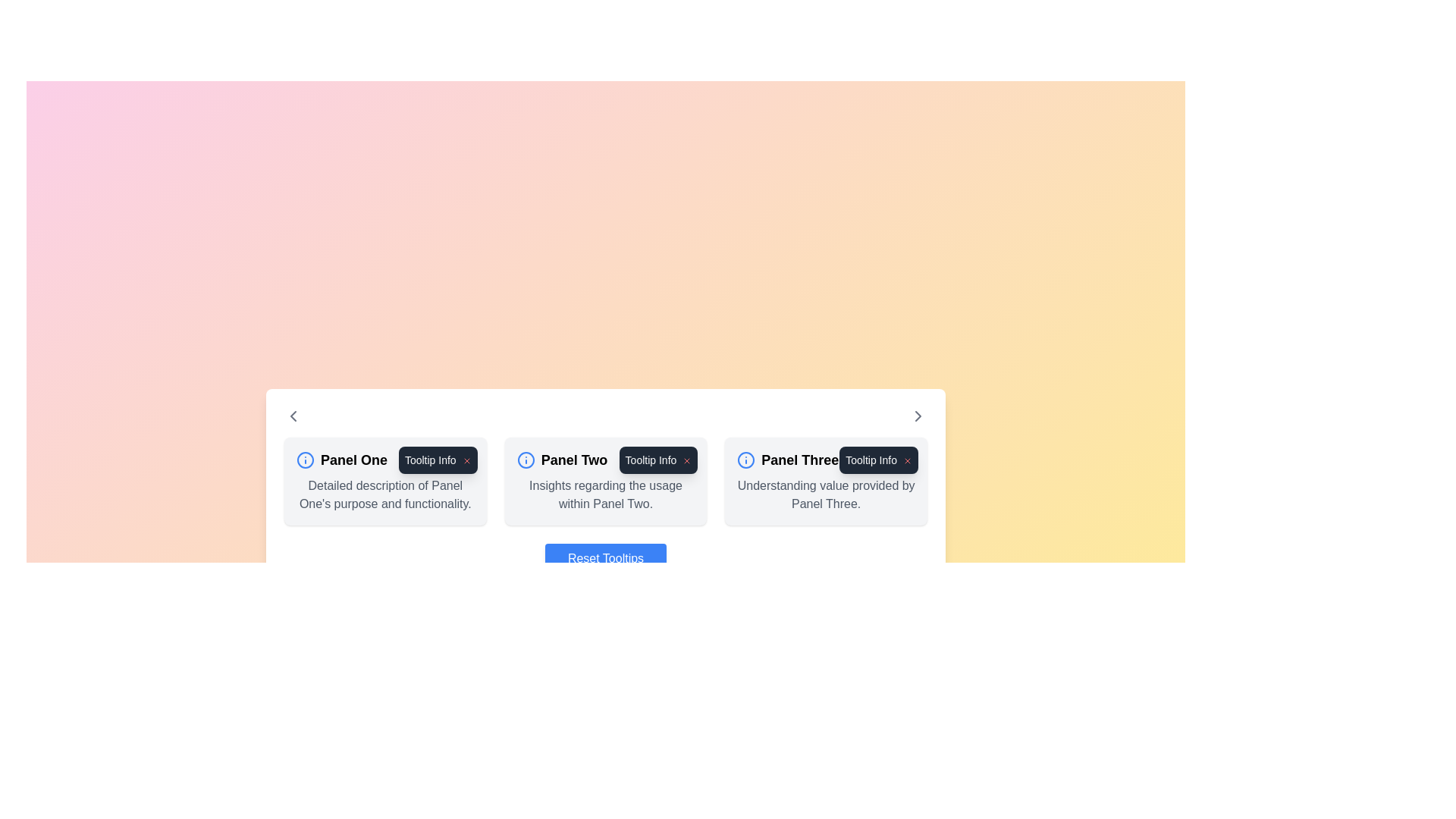 The image size is (1456, 819). What do you see at coordinates (604, 482) in the screenshot?
I see `the tooltip in the Content Panel that provides additional information about 'Panel Two'` at bounding box center [604, 482].